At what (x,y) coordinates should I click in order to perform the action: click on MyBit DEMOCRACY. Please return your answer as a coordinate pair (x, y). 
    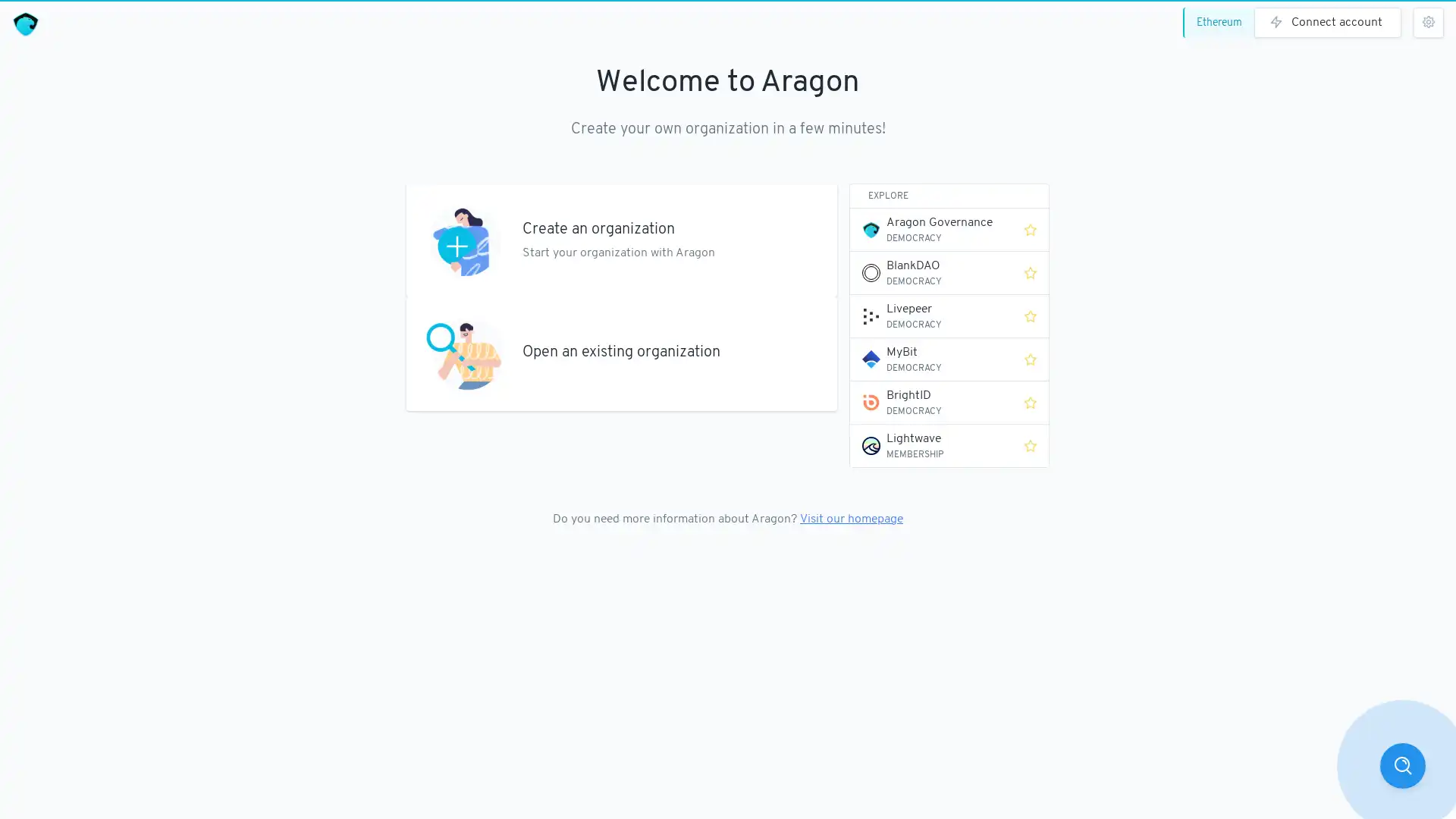
    Looking at the image, I should click on (930, 359).